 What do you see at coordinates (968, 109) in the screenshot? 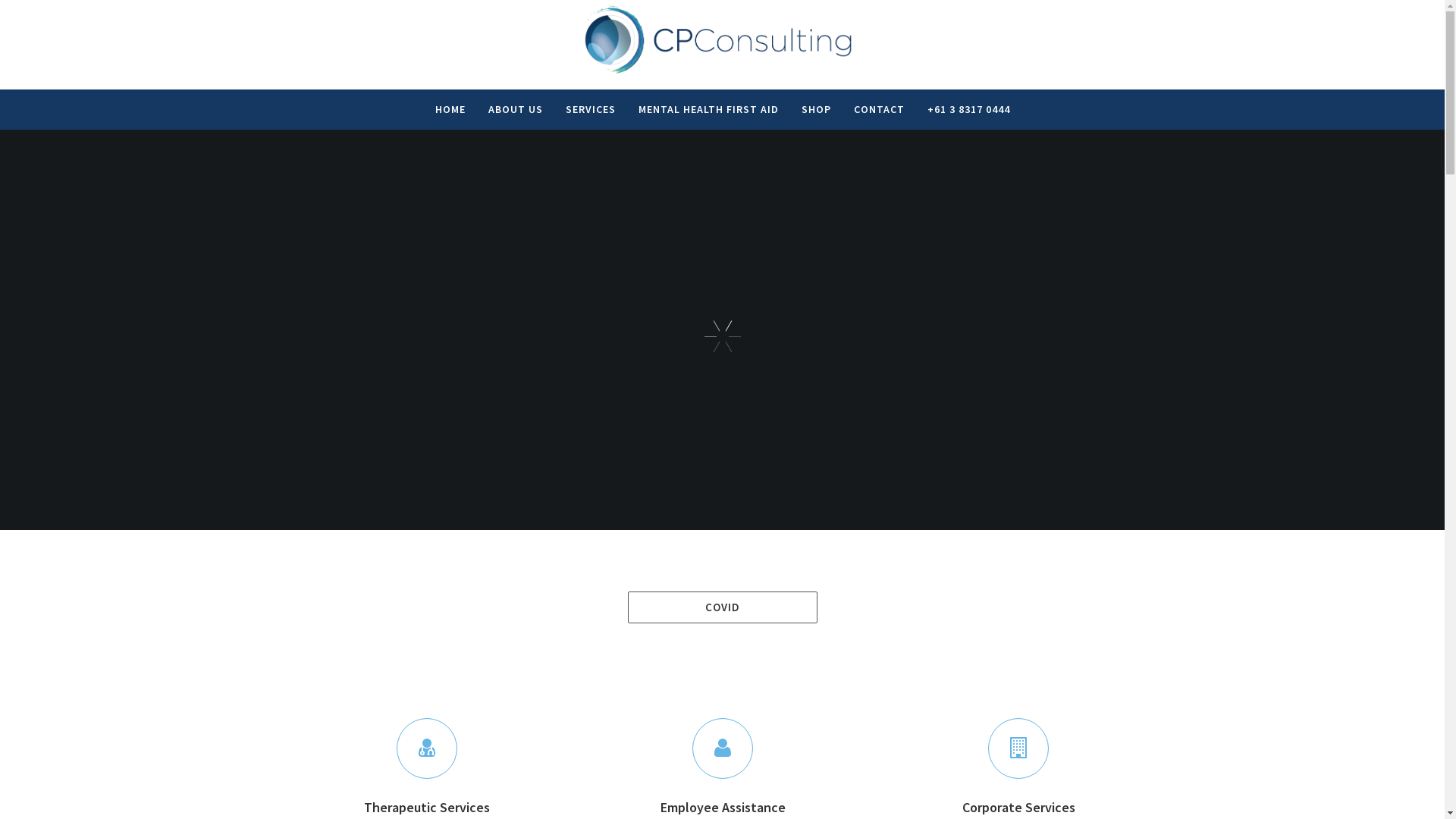
I see `'+61 3 8317 0444'` at bounding box center [968, 109].